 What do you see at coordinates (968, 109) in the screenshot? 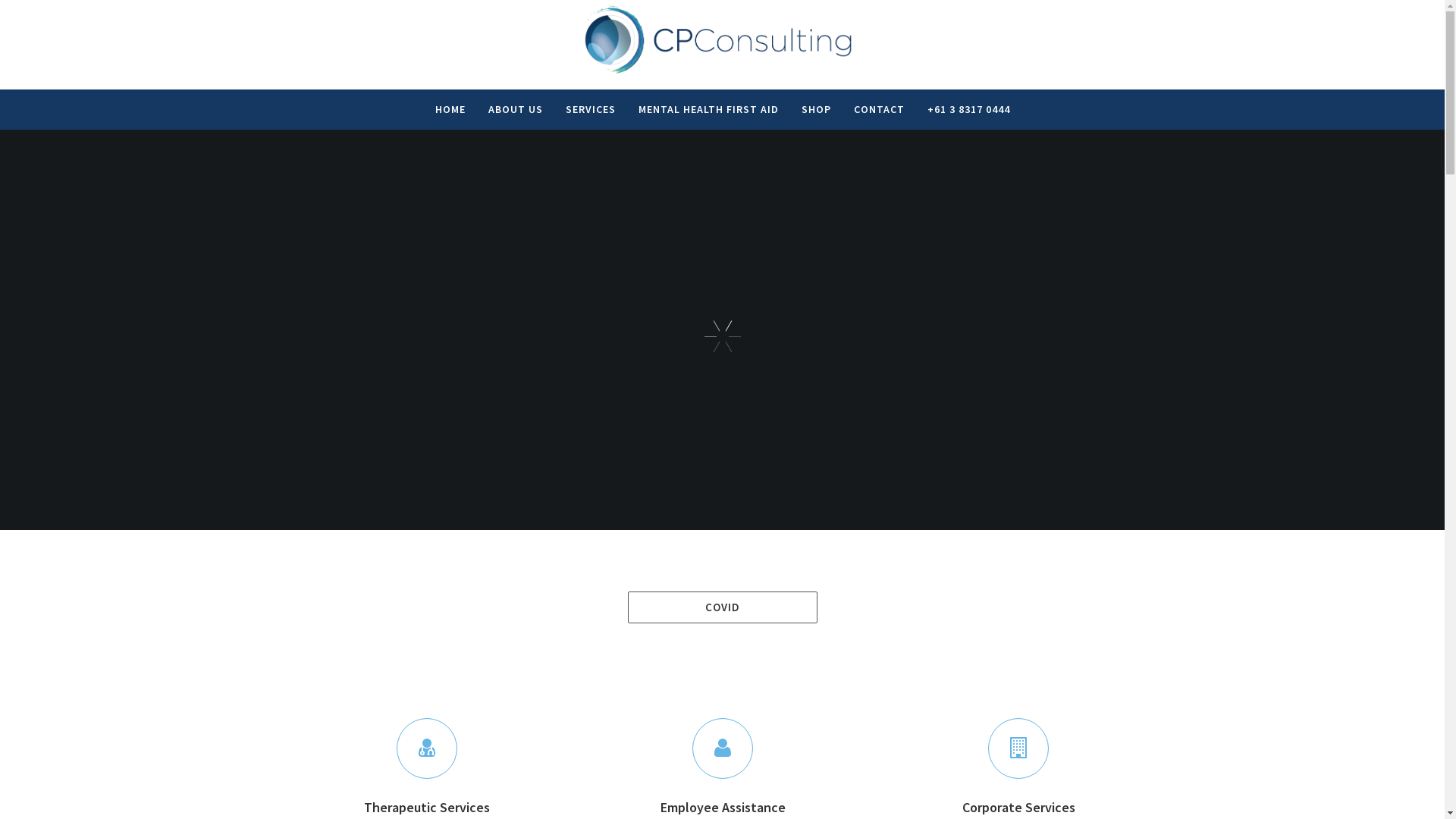
I see `'+61 3 8317 0444'` at bounding box center [968, 109].